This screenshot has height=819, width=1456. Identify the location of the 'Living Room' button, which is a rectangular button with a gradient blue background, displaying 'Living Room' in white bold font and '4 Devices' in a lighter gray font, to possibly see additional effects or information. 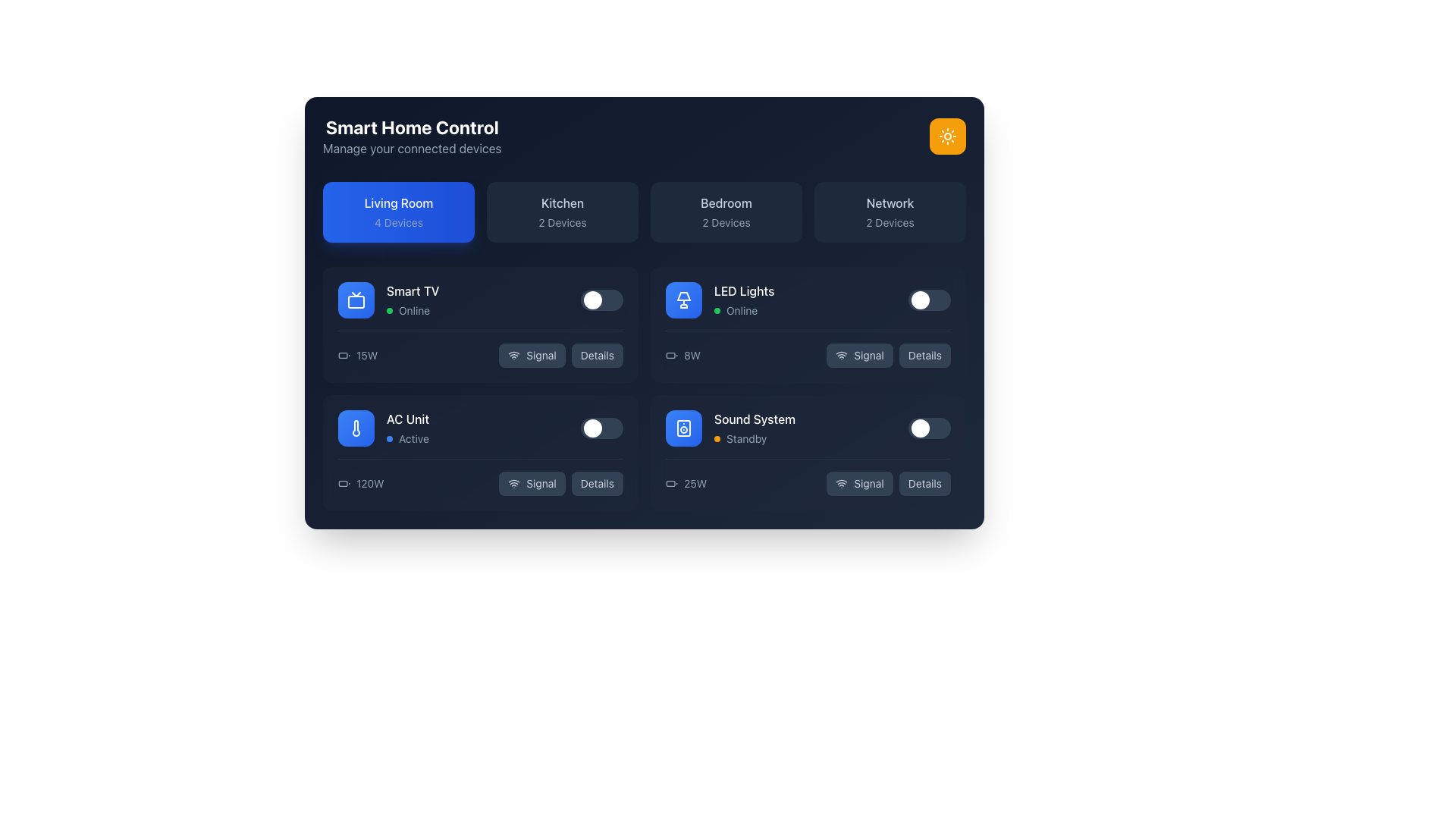
(399, 212).